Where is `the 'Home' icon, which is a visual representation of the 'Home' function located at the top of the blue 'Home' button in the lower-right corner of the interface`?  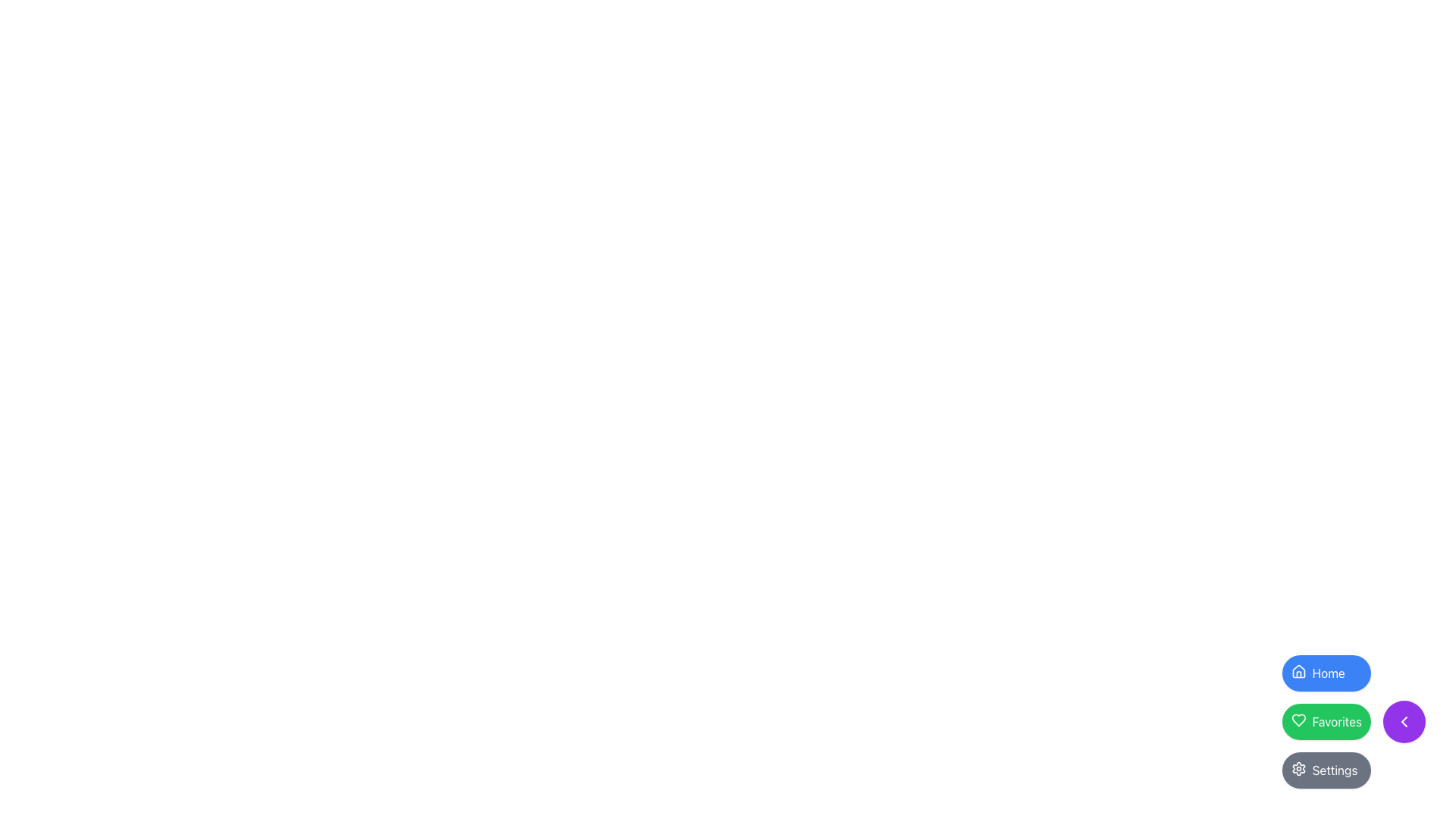 the 'Home' icon, which is a visual representation of the 'Home' function located at the top of the blue 'Home' button in the lower-right corner of the interface is located at coordinates (1298, 671).